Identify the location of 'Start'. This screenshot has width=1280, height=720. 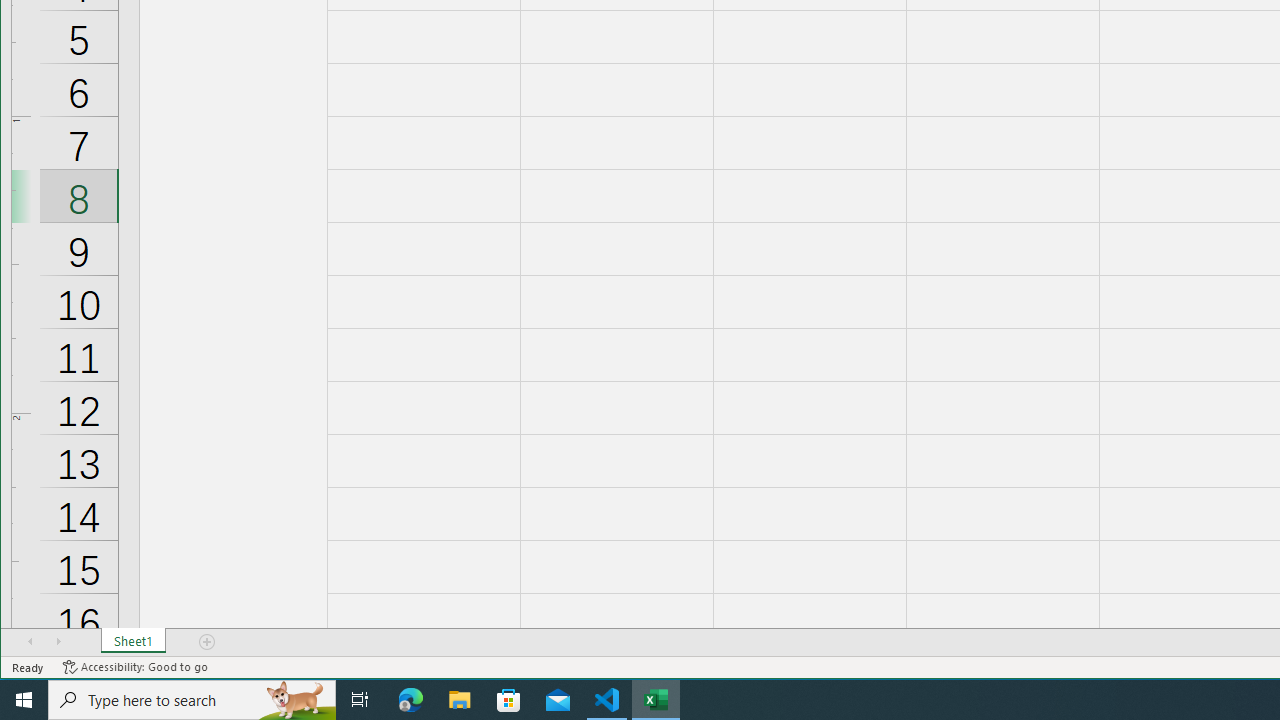
(24, 698).